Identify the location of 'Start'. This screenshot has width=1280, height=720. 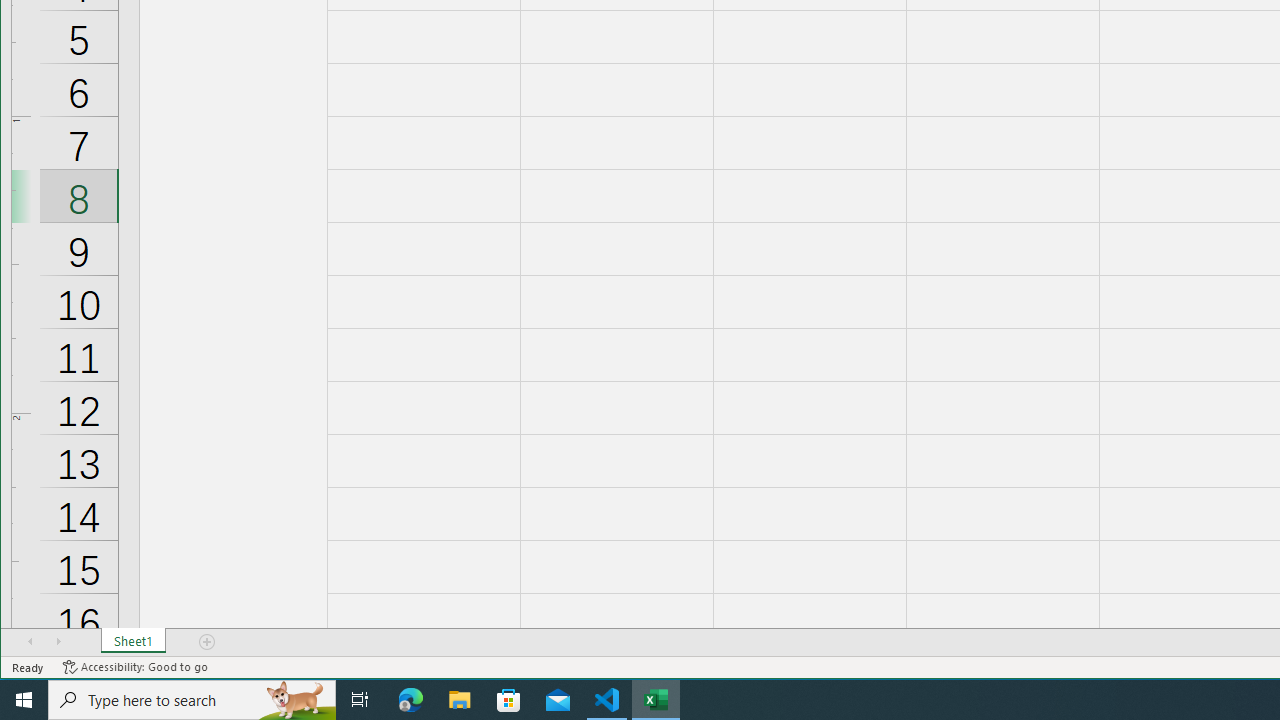
(24, 698).